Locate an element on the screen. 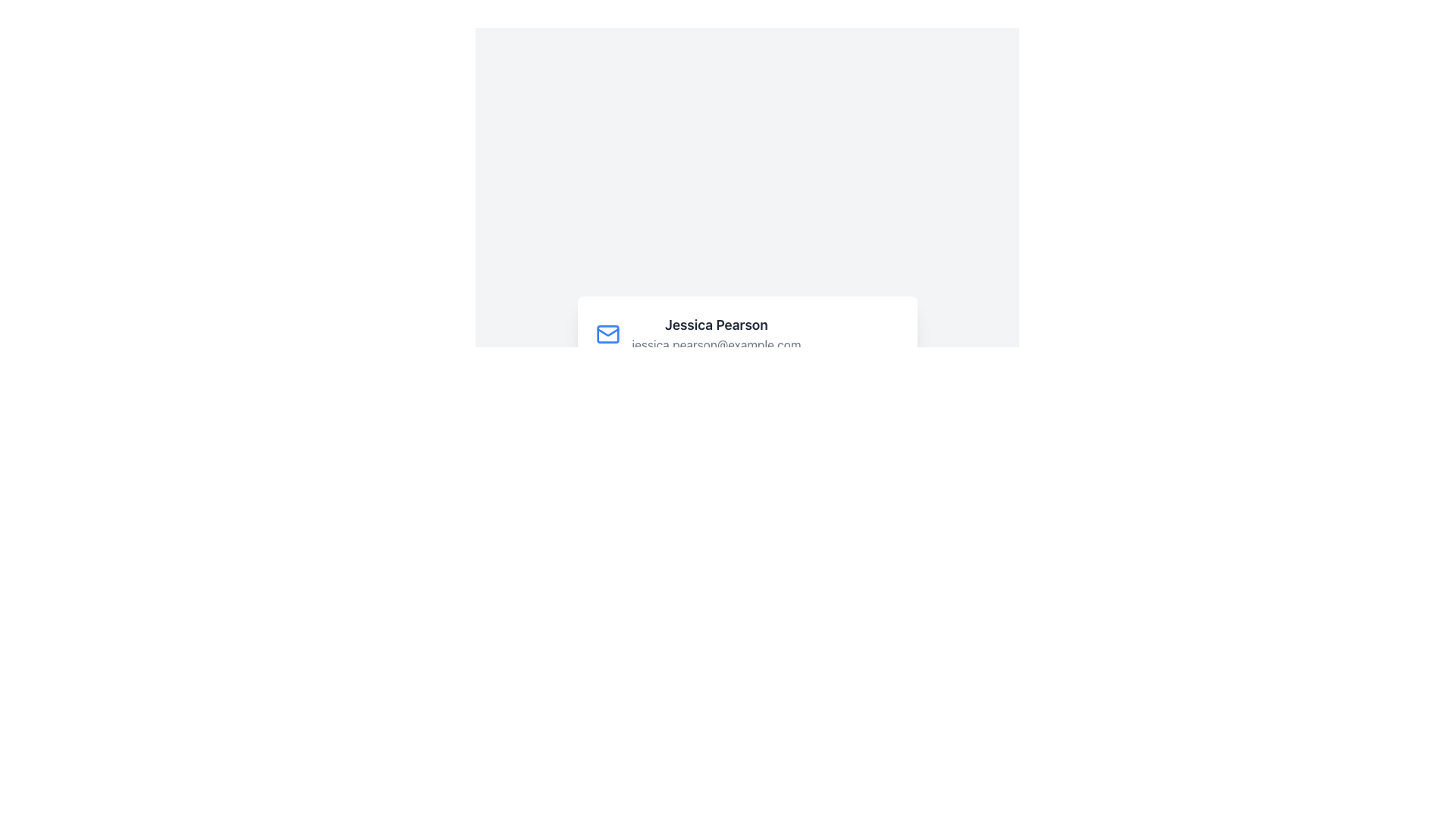 The height and width of the screenshot is (819, 1456). email address displayed for 'Jessica Pearson', which is located directly beneath the name and to the right of the envelope icon is located at coordinates (716, 344).